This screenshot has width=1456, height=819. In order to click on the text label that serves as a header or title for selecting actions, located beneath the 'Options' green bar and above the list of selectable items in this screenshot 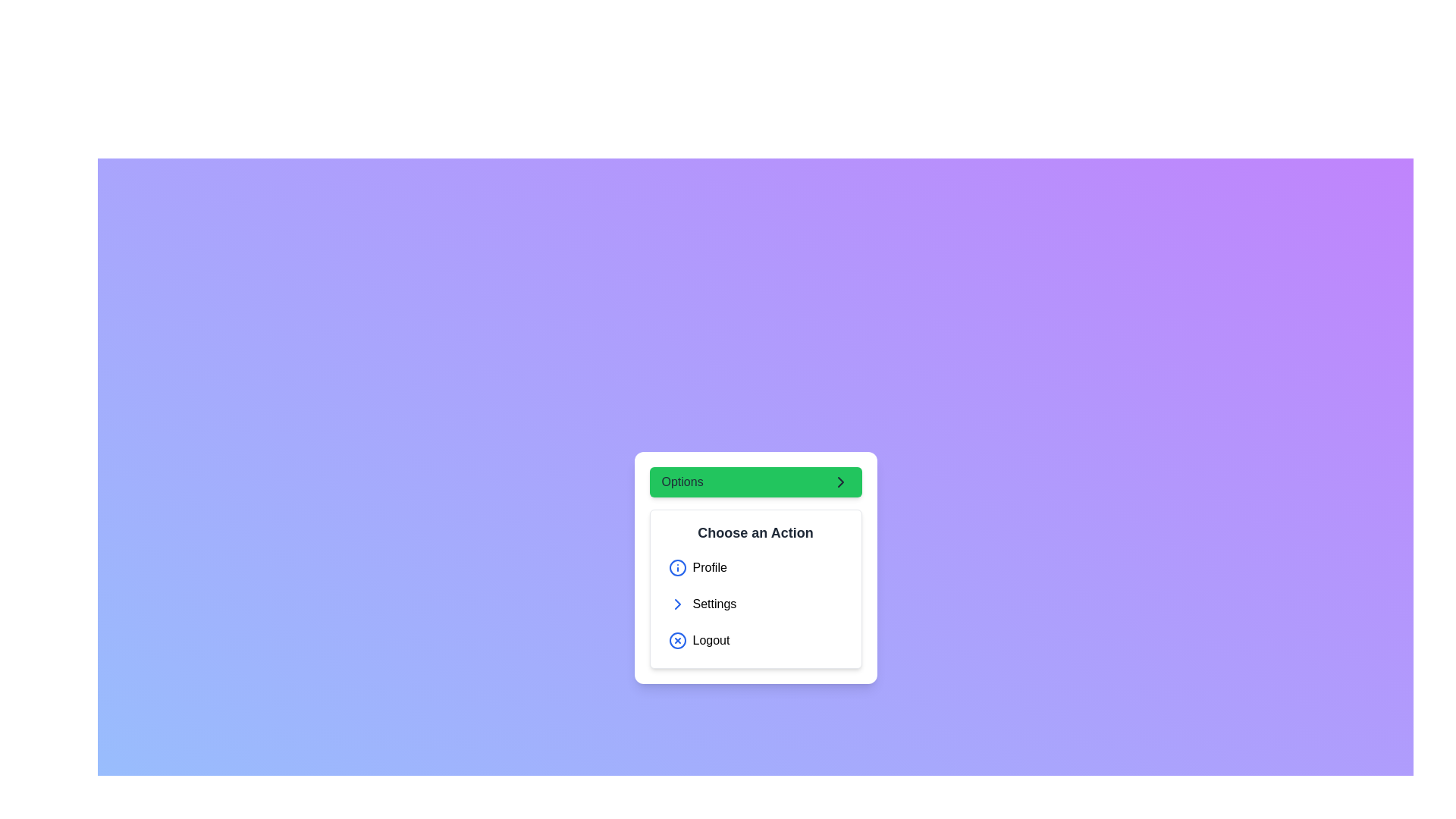, I will do `click(755, 532)`.